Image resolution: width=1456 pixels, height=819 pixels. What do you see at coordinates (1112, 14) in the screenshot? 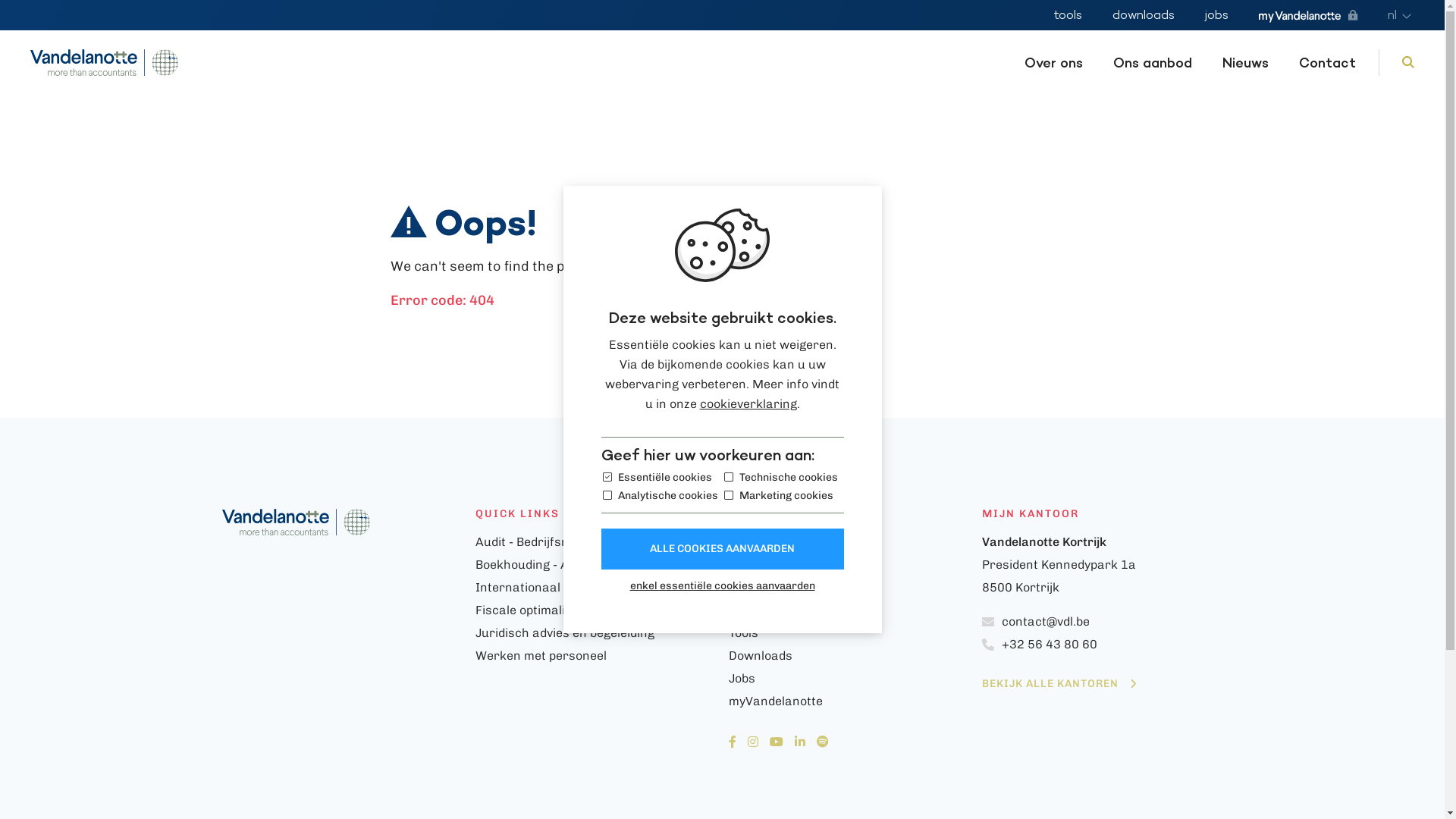
I see `'downloads'` at bounding box center [1112, 14].